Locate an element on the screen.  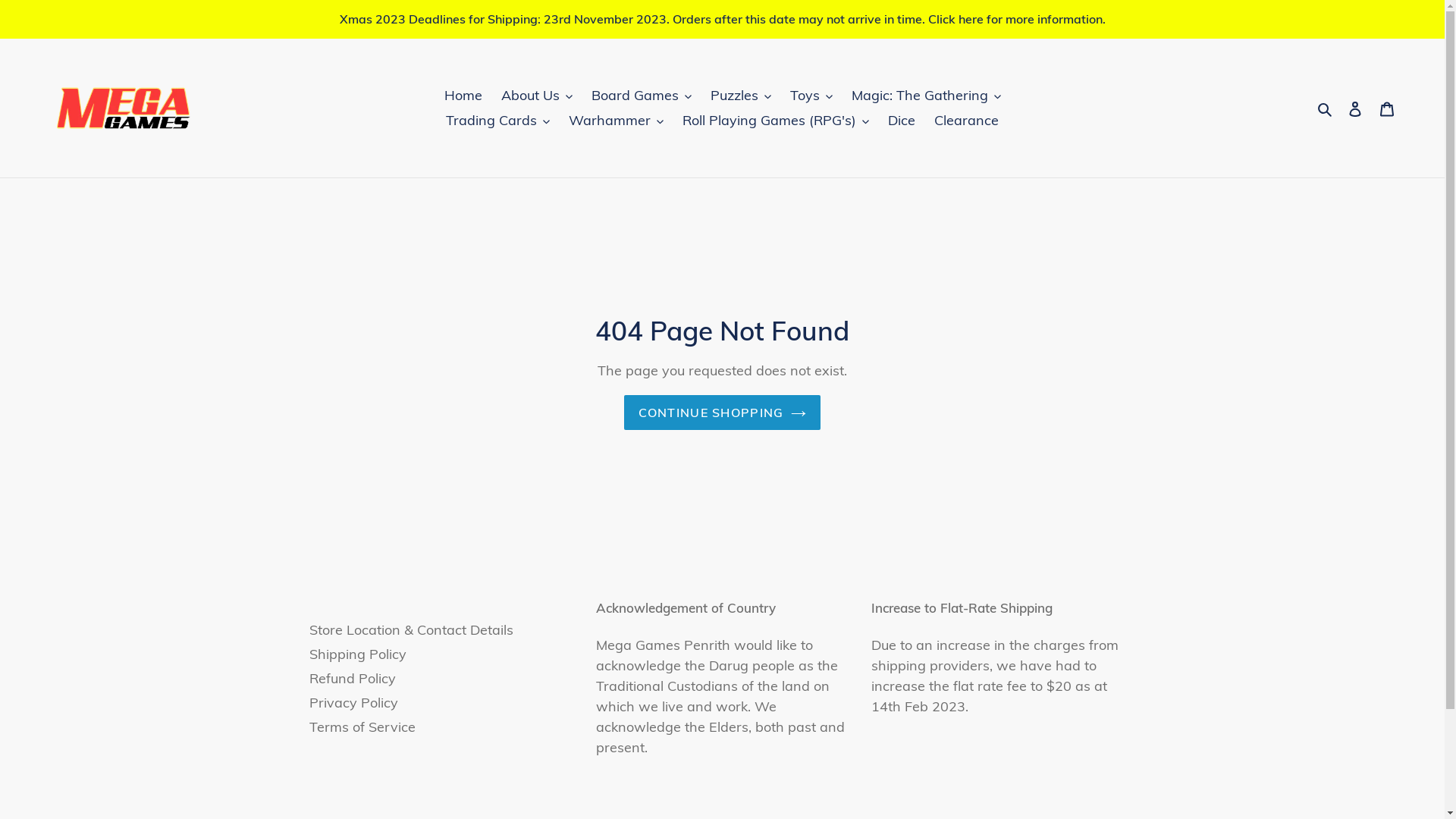
'Home' is located at coordinates (462, 95).